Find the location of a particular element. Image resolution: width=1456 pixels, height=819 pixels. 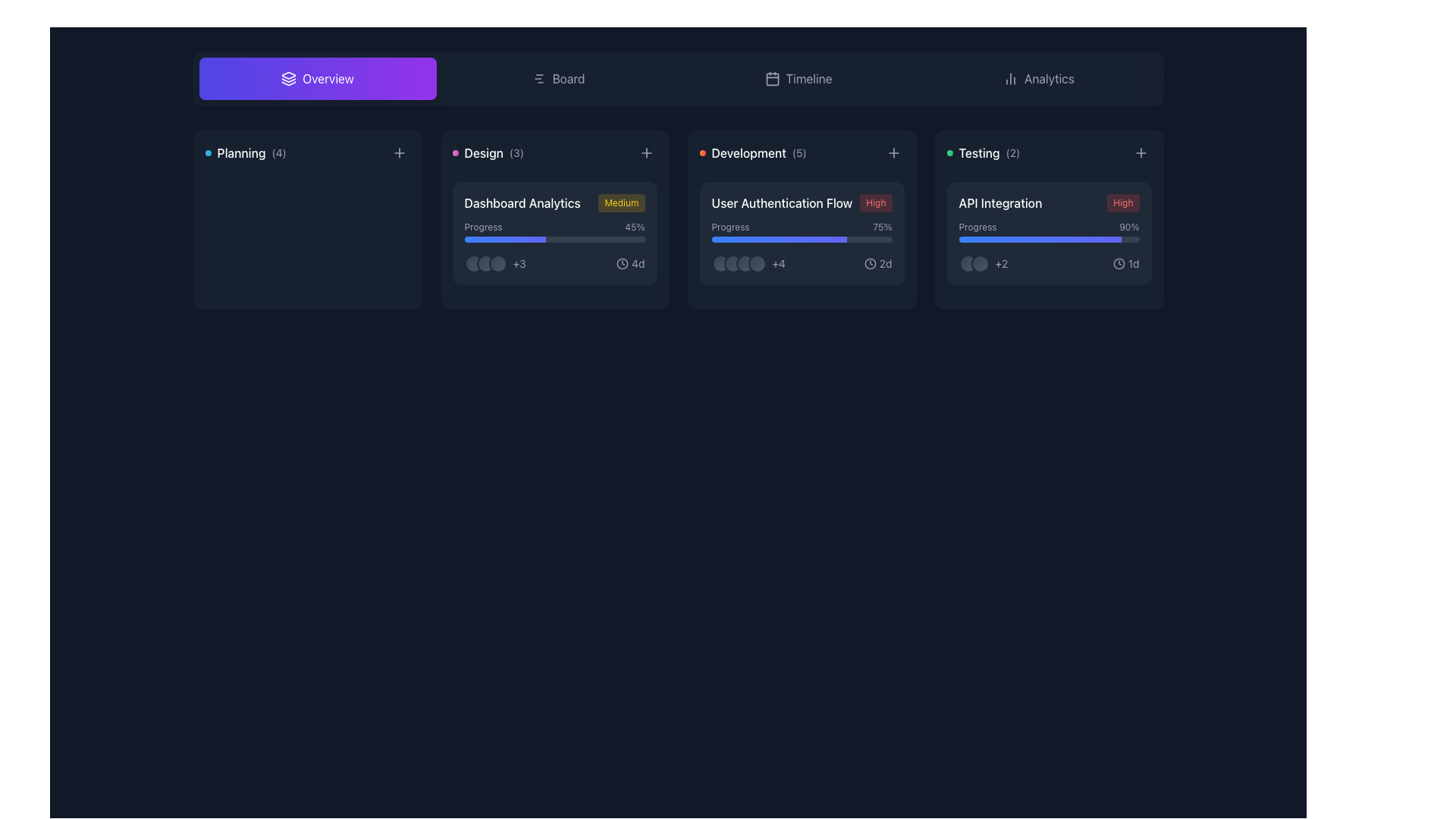

the 'add' or 'create' button located in the top-right corner of the 'Testing' card is located at coordinates (1141, 152).